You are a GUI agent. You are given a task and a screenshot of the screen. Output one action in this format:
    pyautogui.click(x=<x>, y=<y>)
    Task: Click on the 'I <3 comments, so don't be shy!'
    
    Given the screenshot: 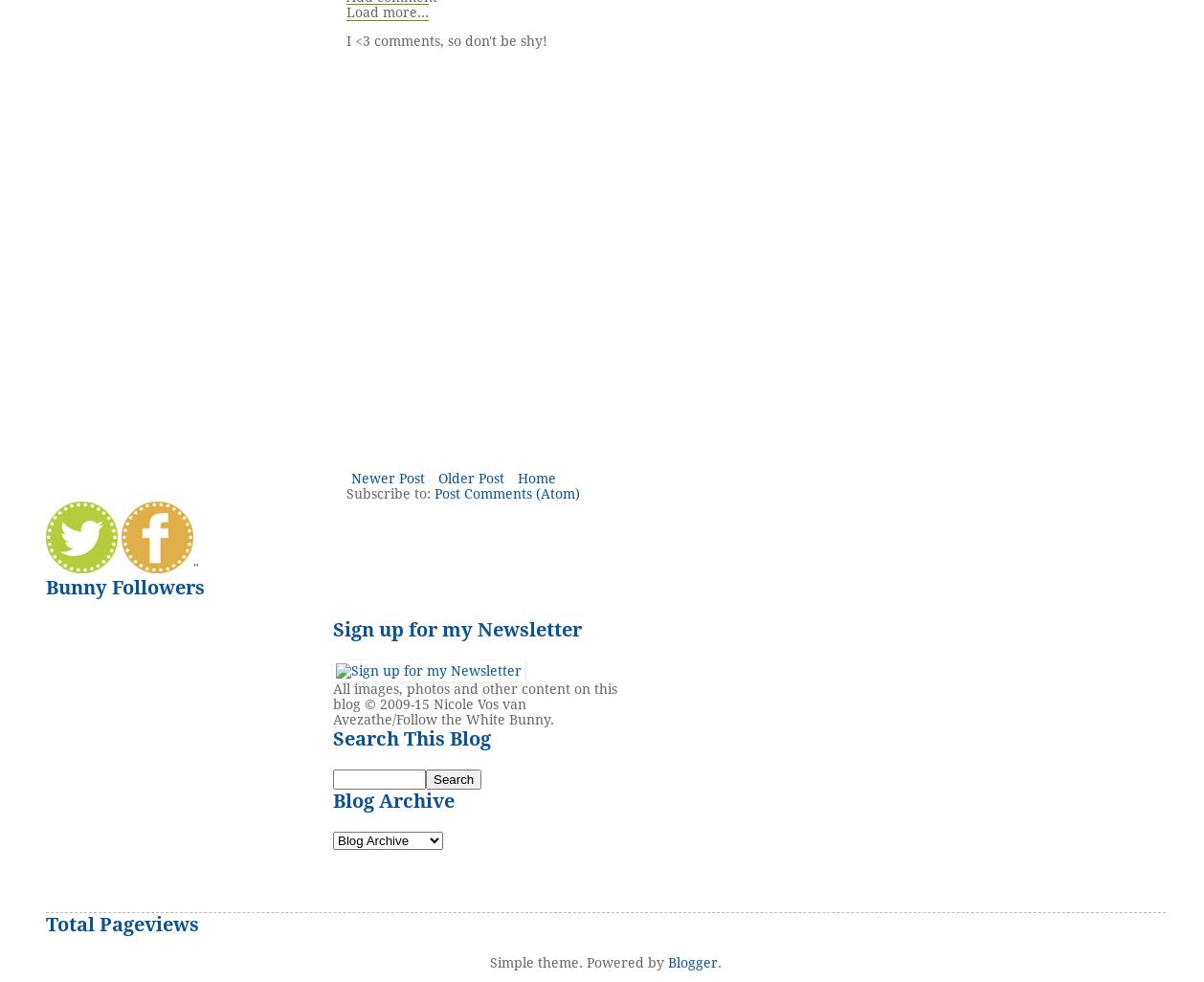 What is the action you would take?
    pyautogui.click(x=346, y=40)
    